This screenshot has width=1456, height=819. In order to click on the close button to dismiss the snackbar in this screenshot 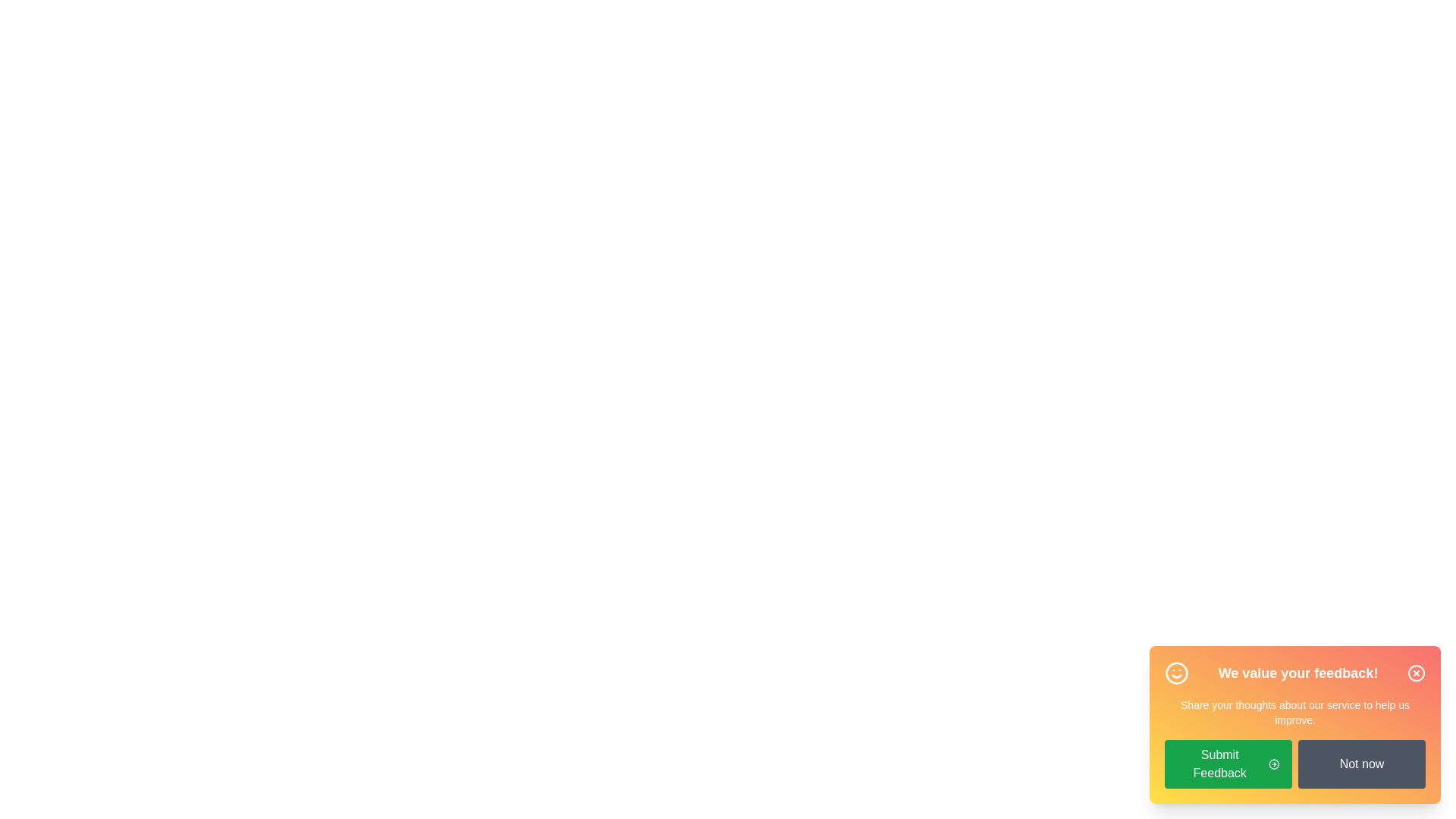, I will do `click(1415, 672)`.